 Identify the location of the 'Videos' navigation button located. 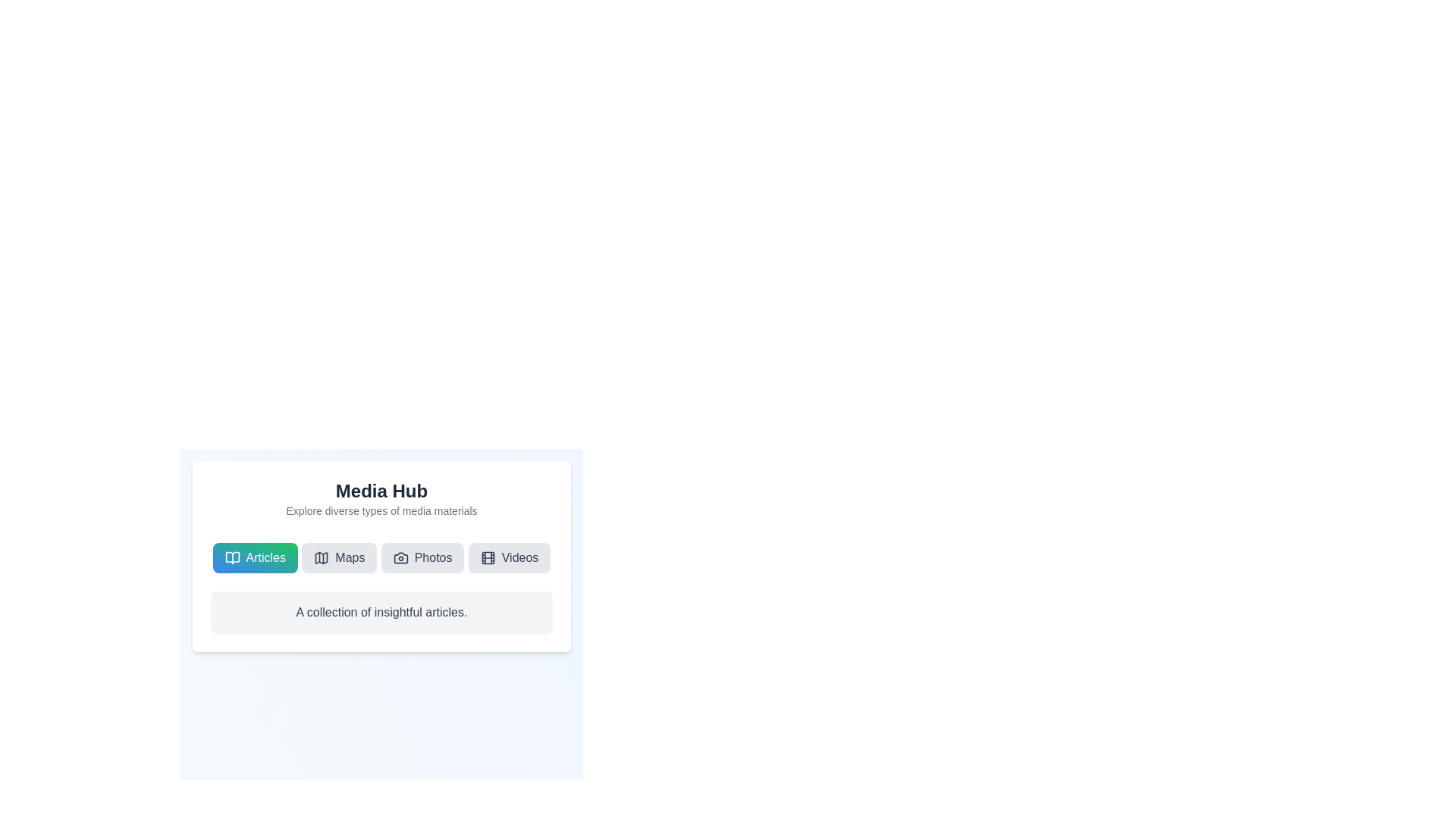
(510, 558).